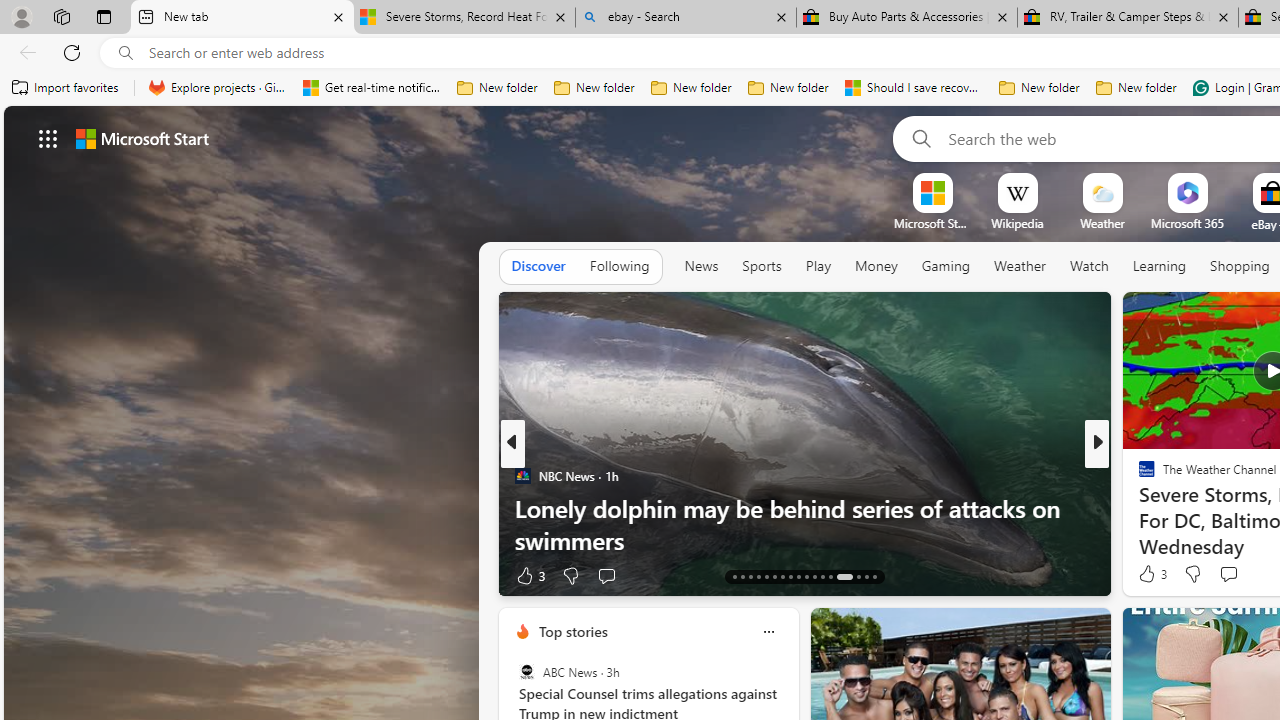 Image resolution: width=1280 pixels, height=720 pixels. I want to click on 'Weather', so click(1020, 266).